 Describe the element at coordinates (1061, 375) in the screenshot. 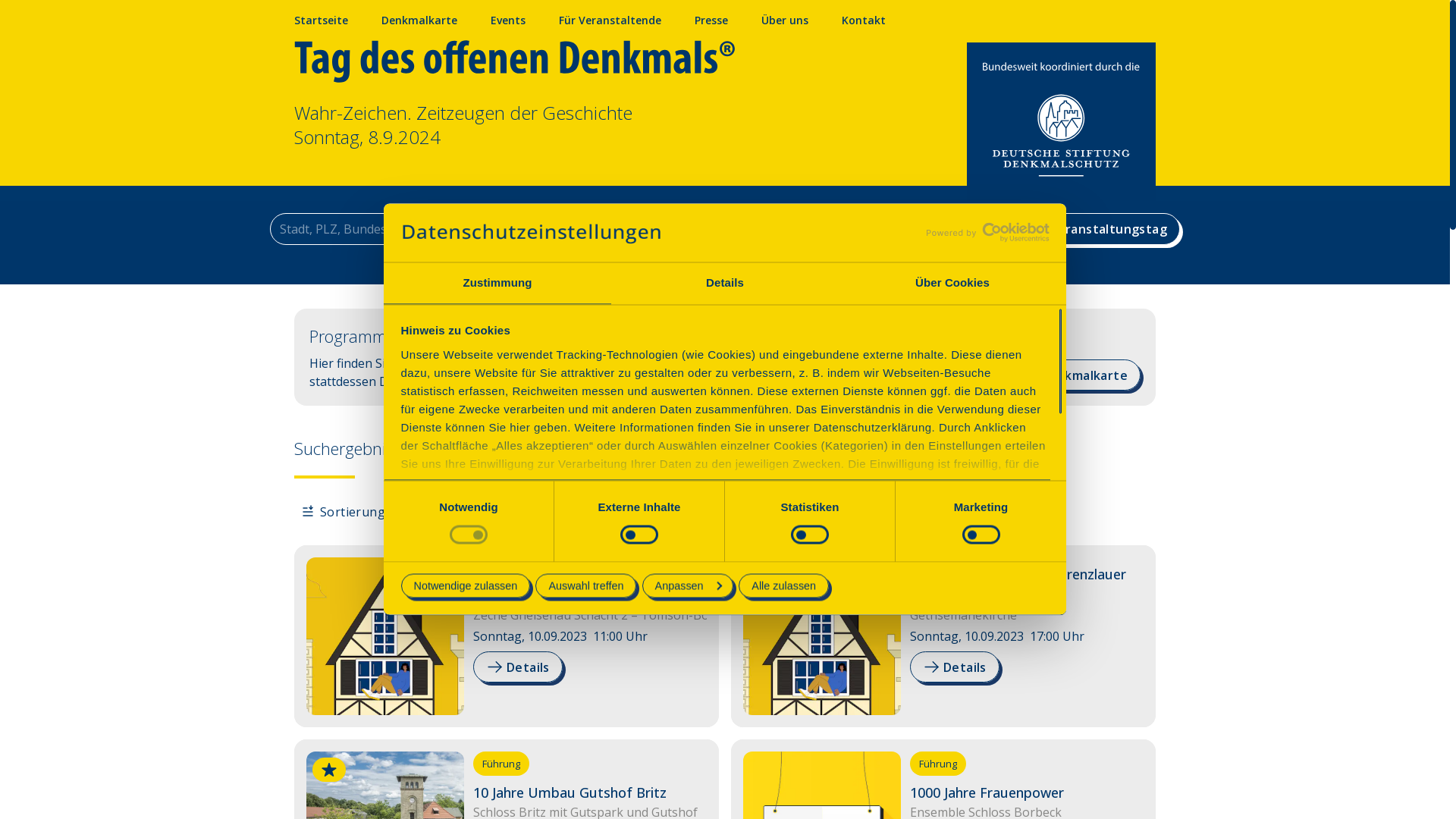

I see `'Zur Denkmalkarte'` at that location.